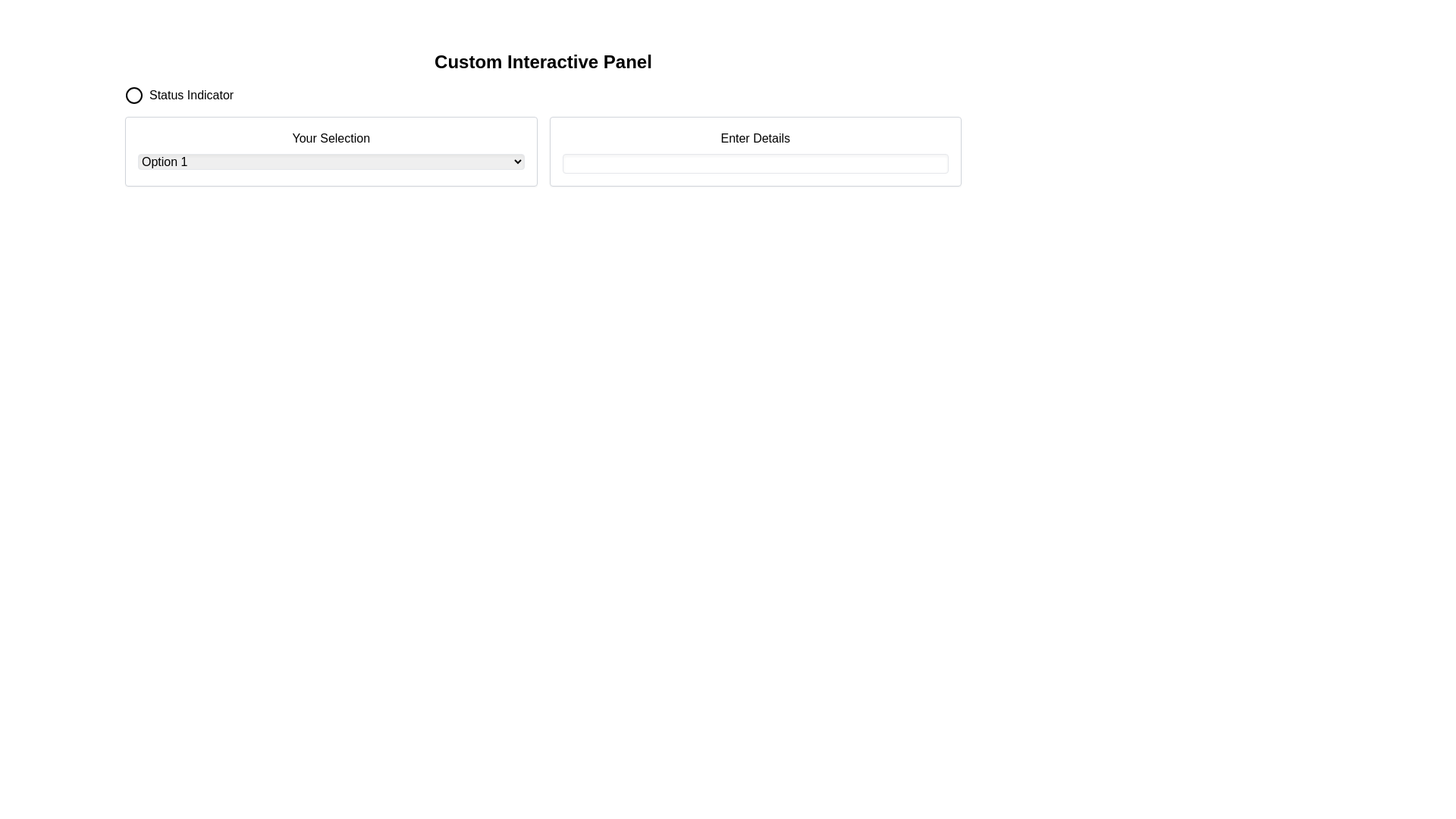 The height and width of the screenshot is (819, 1456). What do you see at coordinates (755, 138) in the screenshot?
I see `the 'Enter Details' label, which is a bold, centrally aligned text element located in the top half of the panel, above an input field in the second section on the right of the form interface` at bounding box center [755, 138].